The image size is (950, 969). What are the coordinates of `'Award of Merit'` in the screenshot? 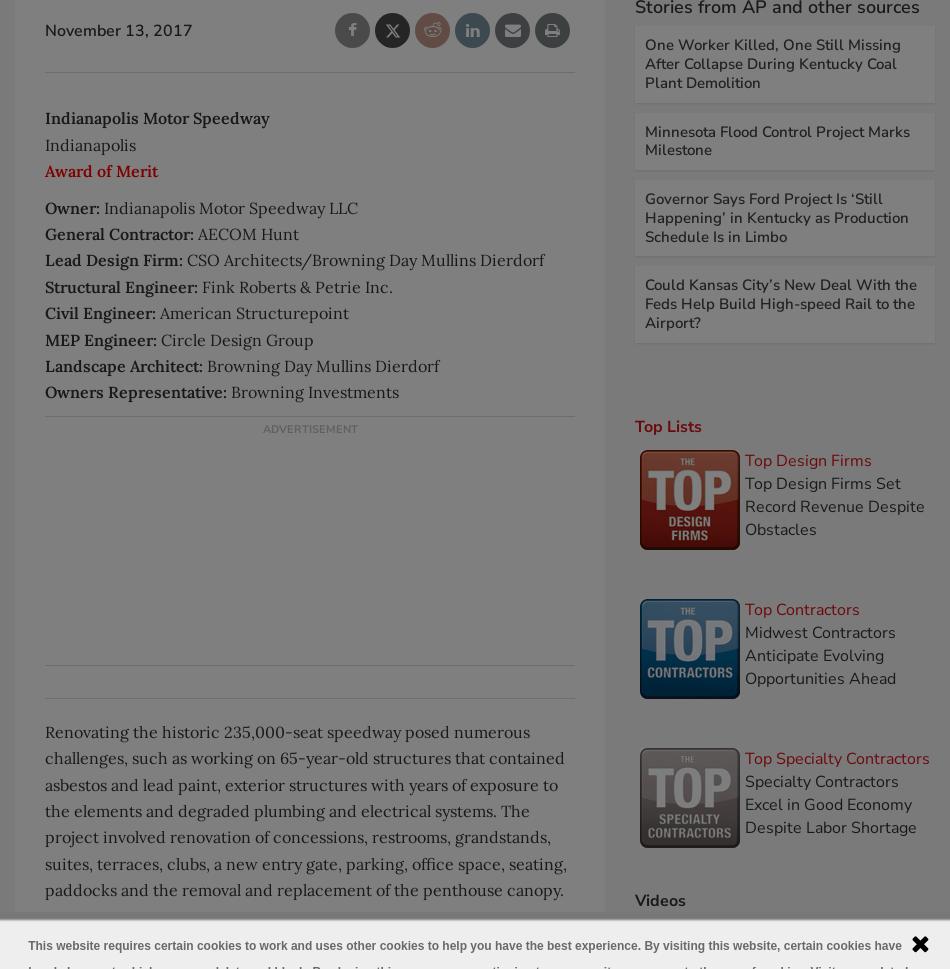 It's located at (101, 170).